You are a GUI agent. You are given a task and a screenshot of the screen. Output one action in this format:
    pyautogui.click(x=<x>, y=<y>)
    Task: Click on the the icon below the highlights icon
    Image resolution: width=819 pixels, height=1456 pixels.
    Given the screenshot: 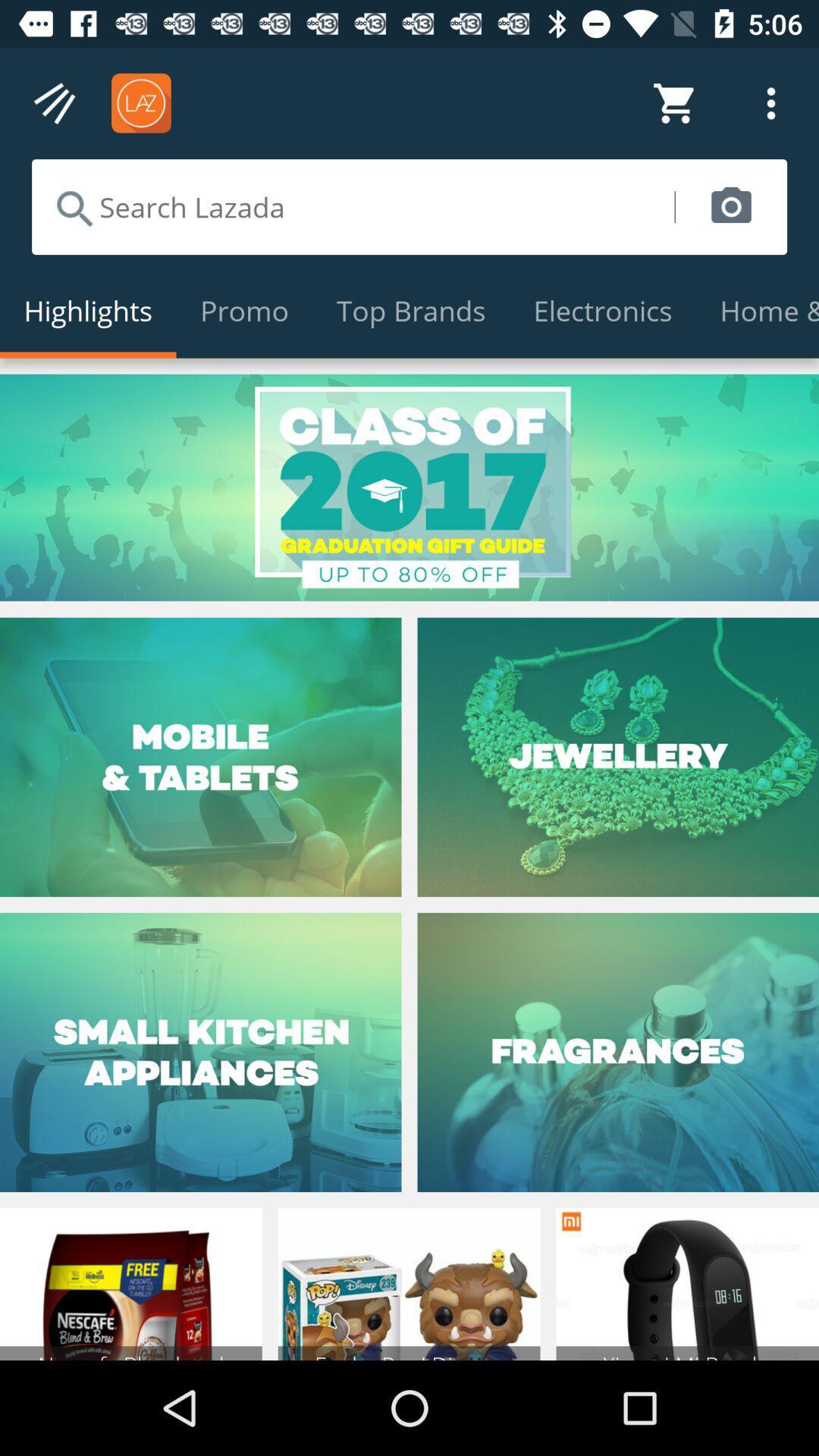 What is the action you would take?
    pyautogui.click(x=409, y=488)
    